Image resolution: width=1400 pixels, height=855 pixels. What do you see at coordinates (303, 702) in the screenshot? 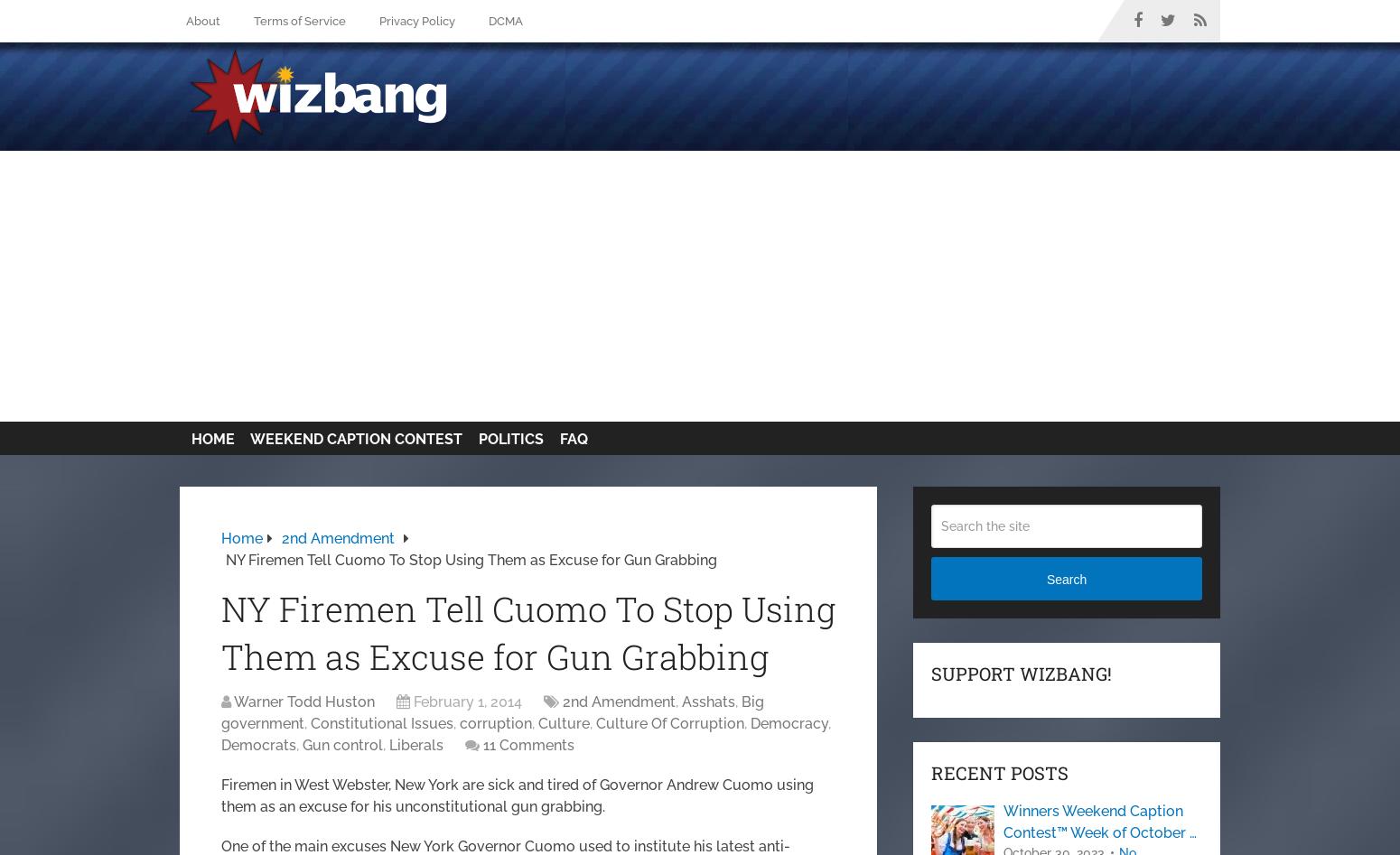
I see `'Warner Todd Huston'` at bounding box center [303, 702].